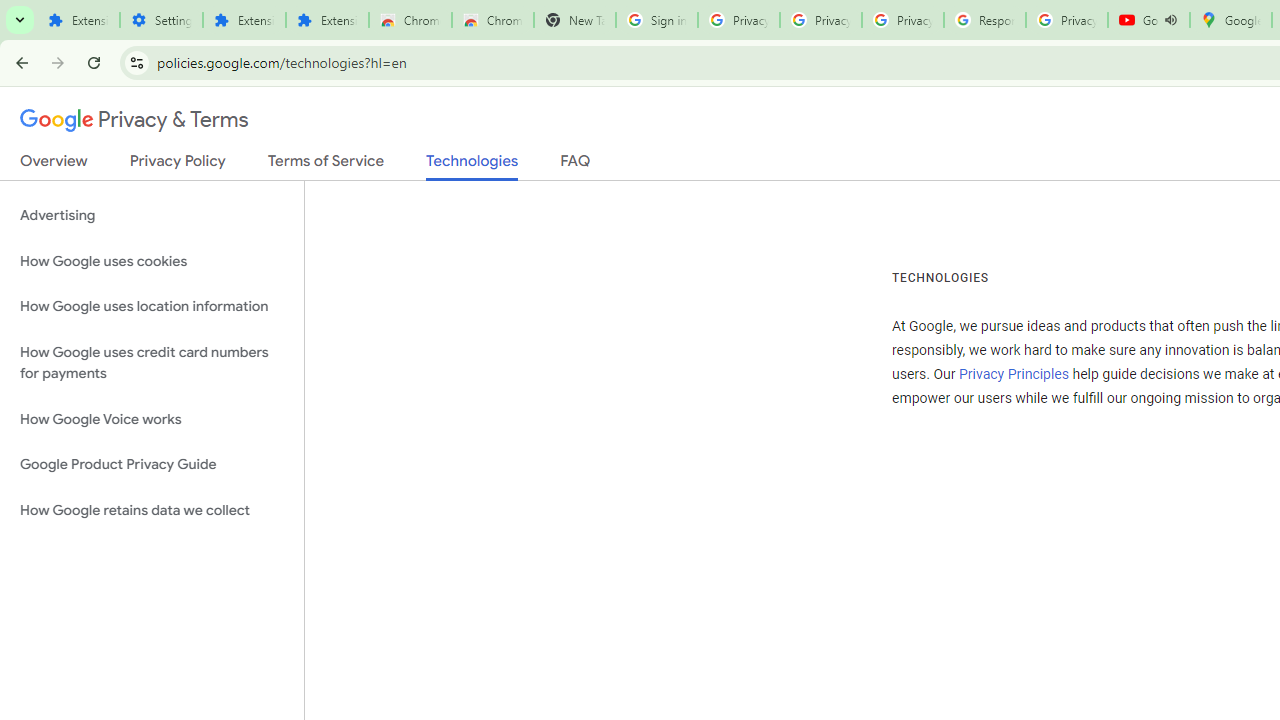 The image size is (1280, 720). Describe the element at coordinates (656, 20) in the screenshot. I see `'Sign in - Google Accounts'` at that location.